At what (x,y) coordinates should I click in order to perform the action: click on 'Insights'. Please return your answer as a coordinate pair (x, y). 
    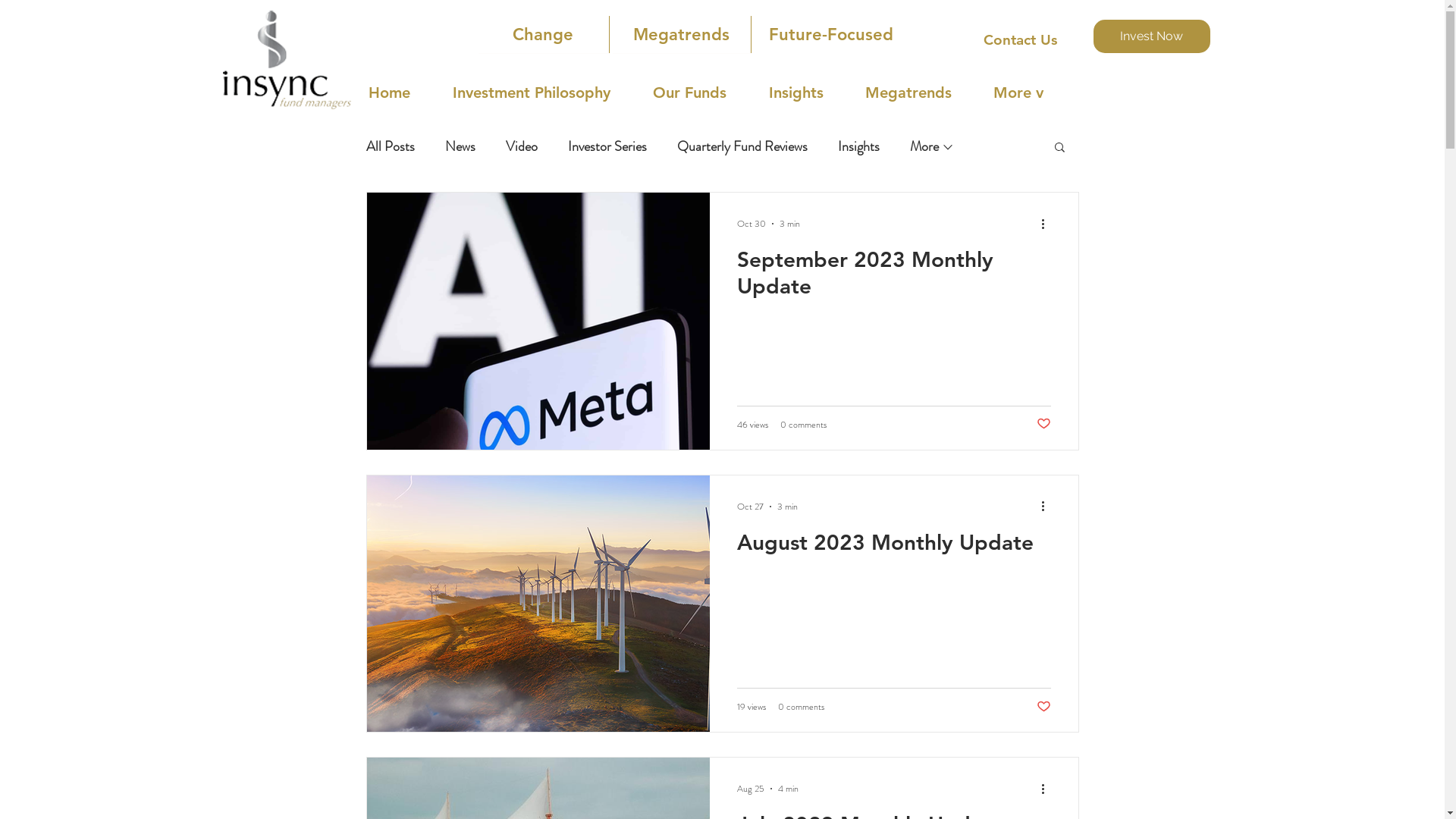
    Looking at the image, I should click on (858, 146).